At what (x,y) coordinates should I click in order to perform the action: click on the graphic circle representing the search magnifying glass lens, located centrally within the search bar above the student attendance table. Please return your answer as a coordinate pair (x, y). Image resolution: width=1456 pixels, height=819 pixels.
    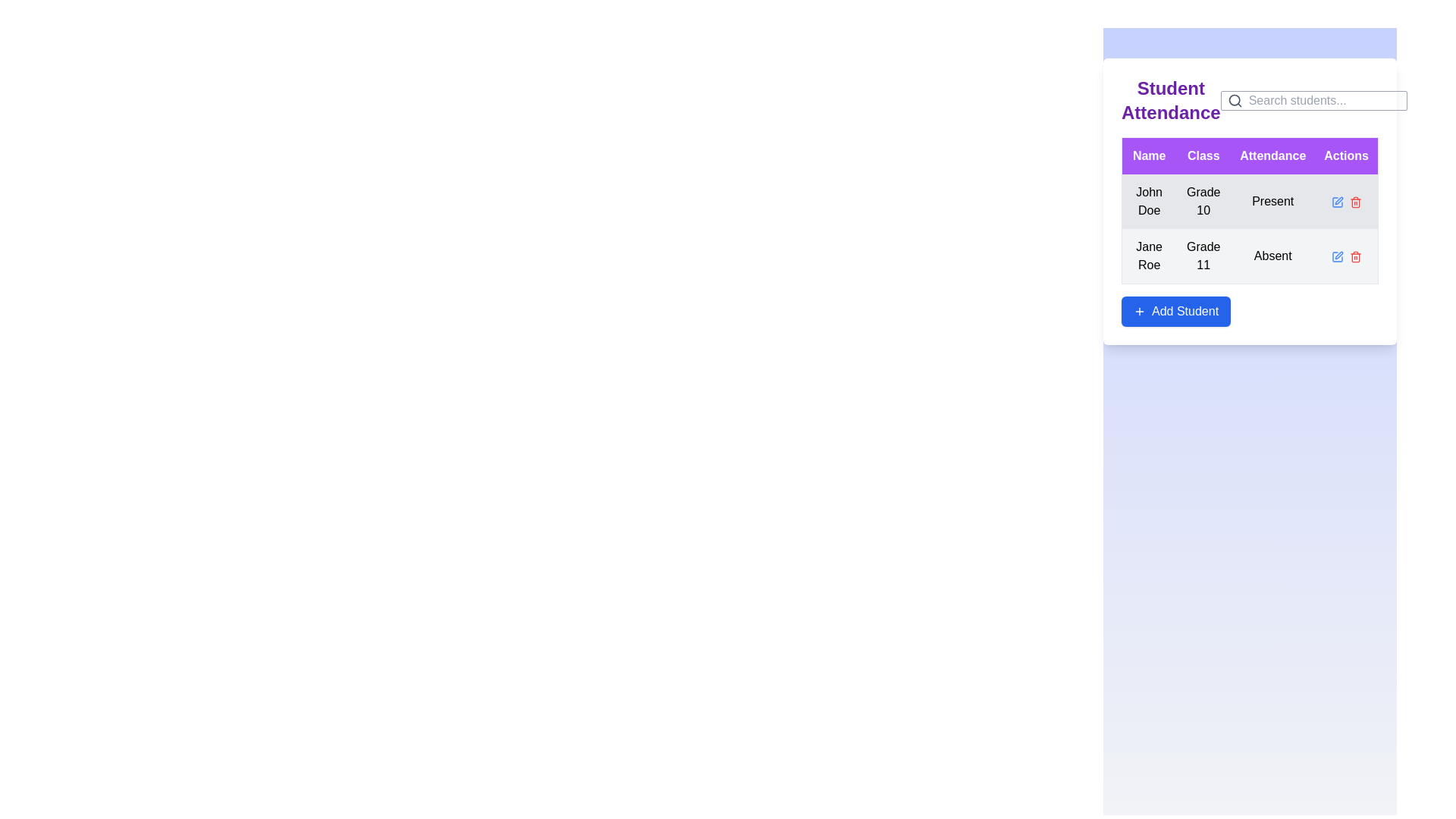
    Looking at the image, I should click on (1234, 100).